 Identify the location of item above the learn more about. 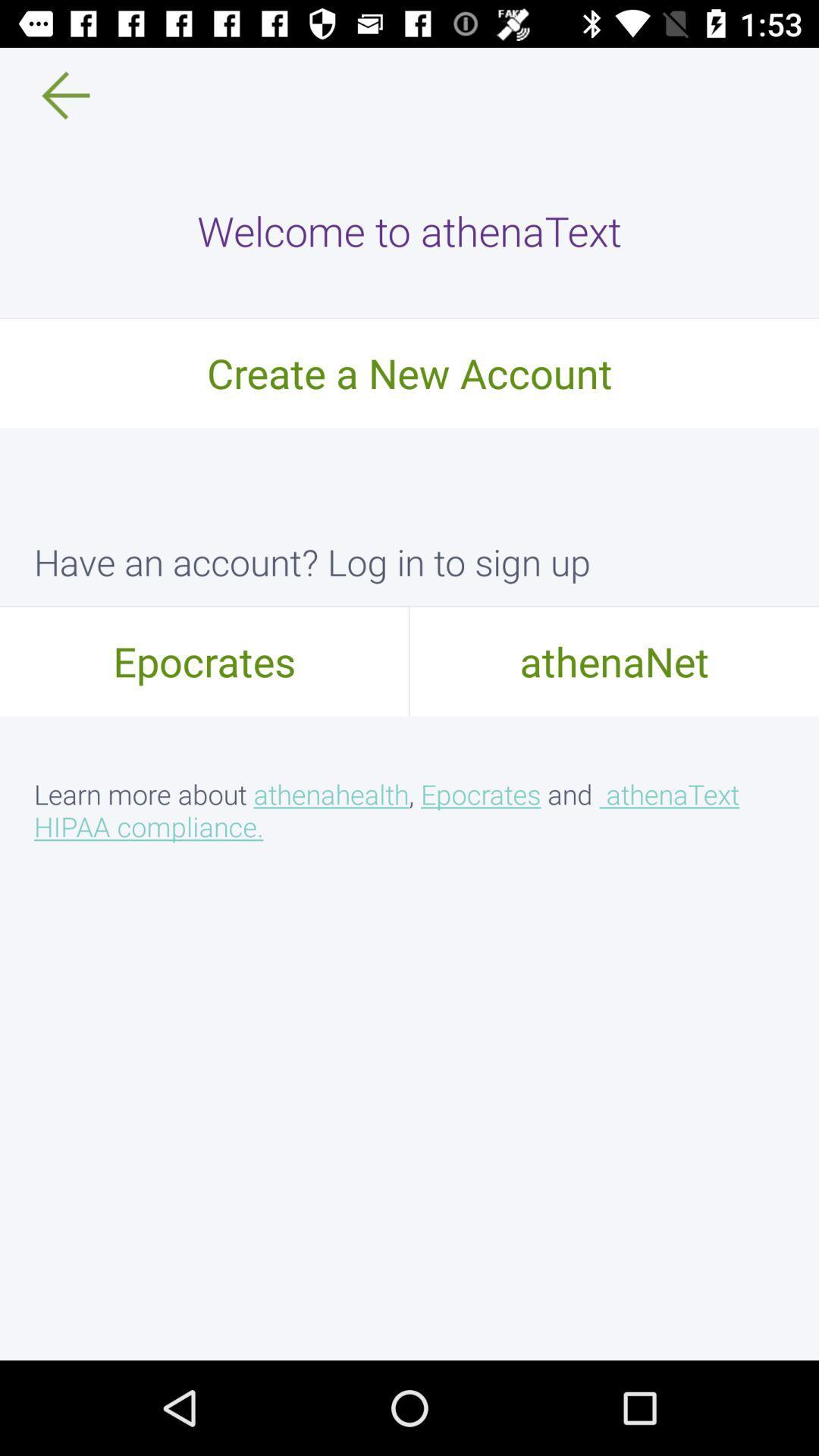
(614, 661).